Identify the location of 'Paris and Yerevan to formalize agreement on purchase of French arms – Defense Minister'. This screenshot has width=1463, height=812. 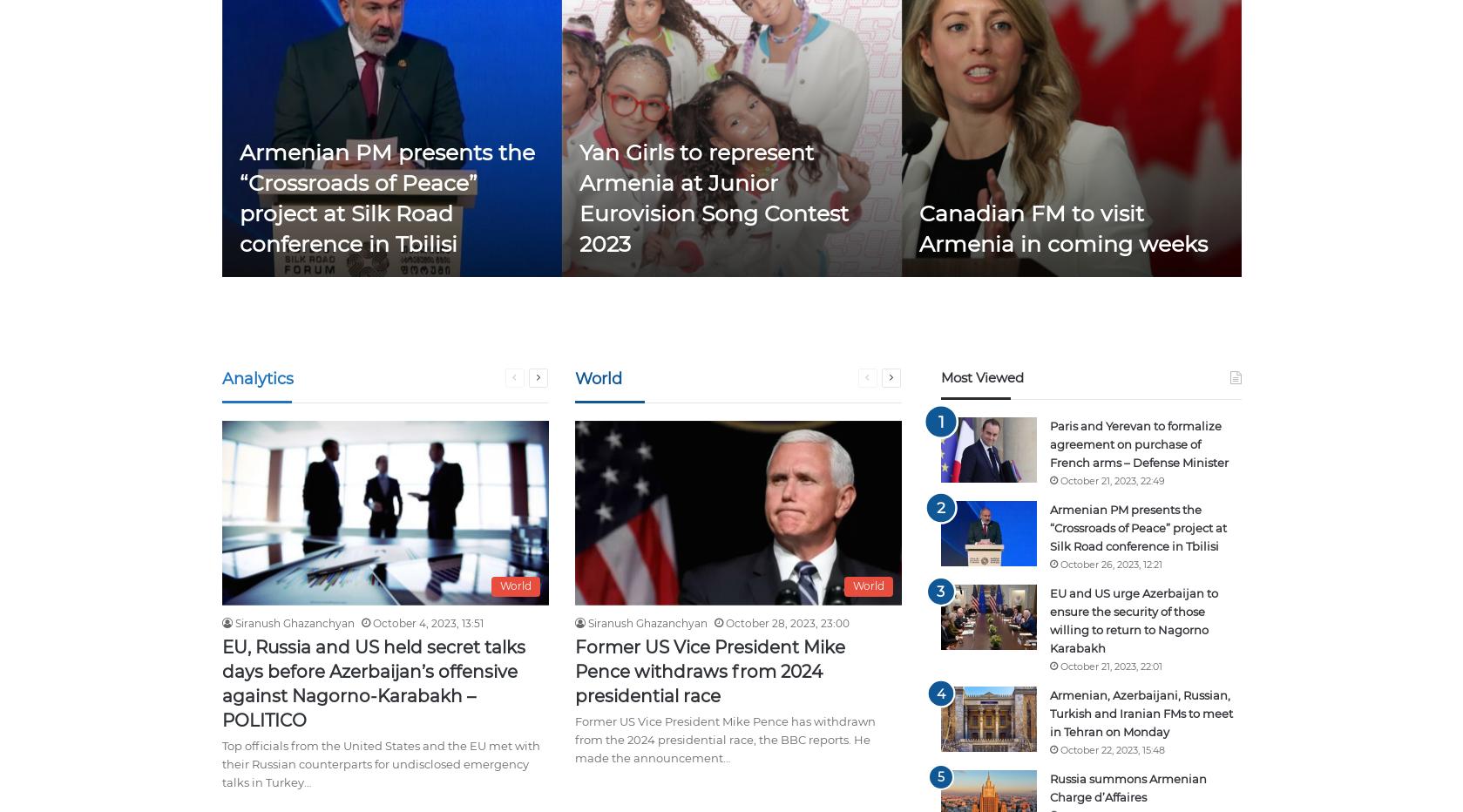
(1137, 442).